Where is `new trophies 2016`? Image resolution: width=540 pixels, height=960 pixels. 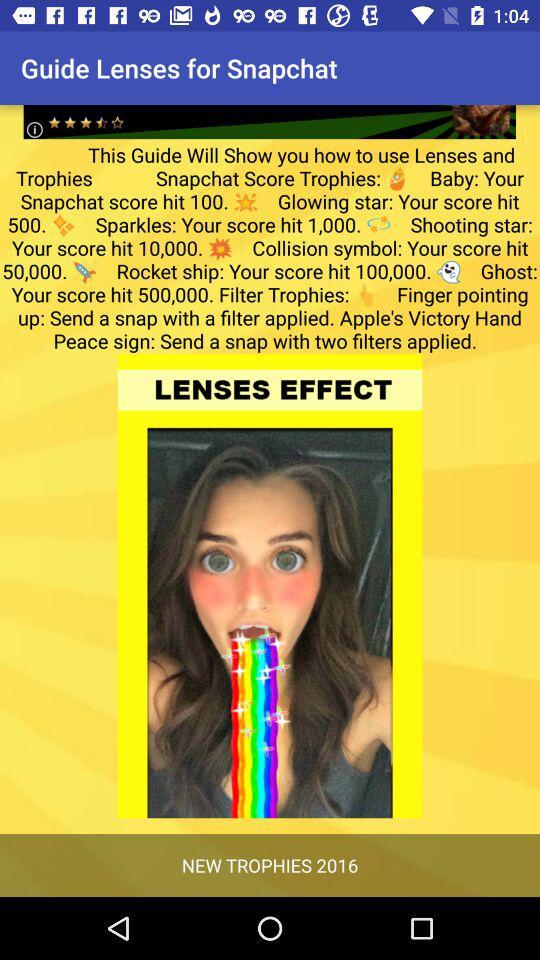
new trophies 2016 is located at coordinates (270, 864).